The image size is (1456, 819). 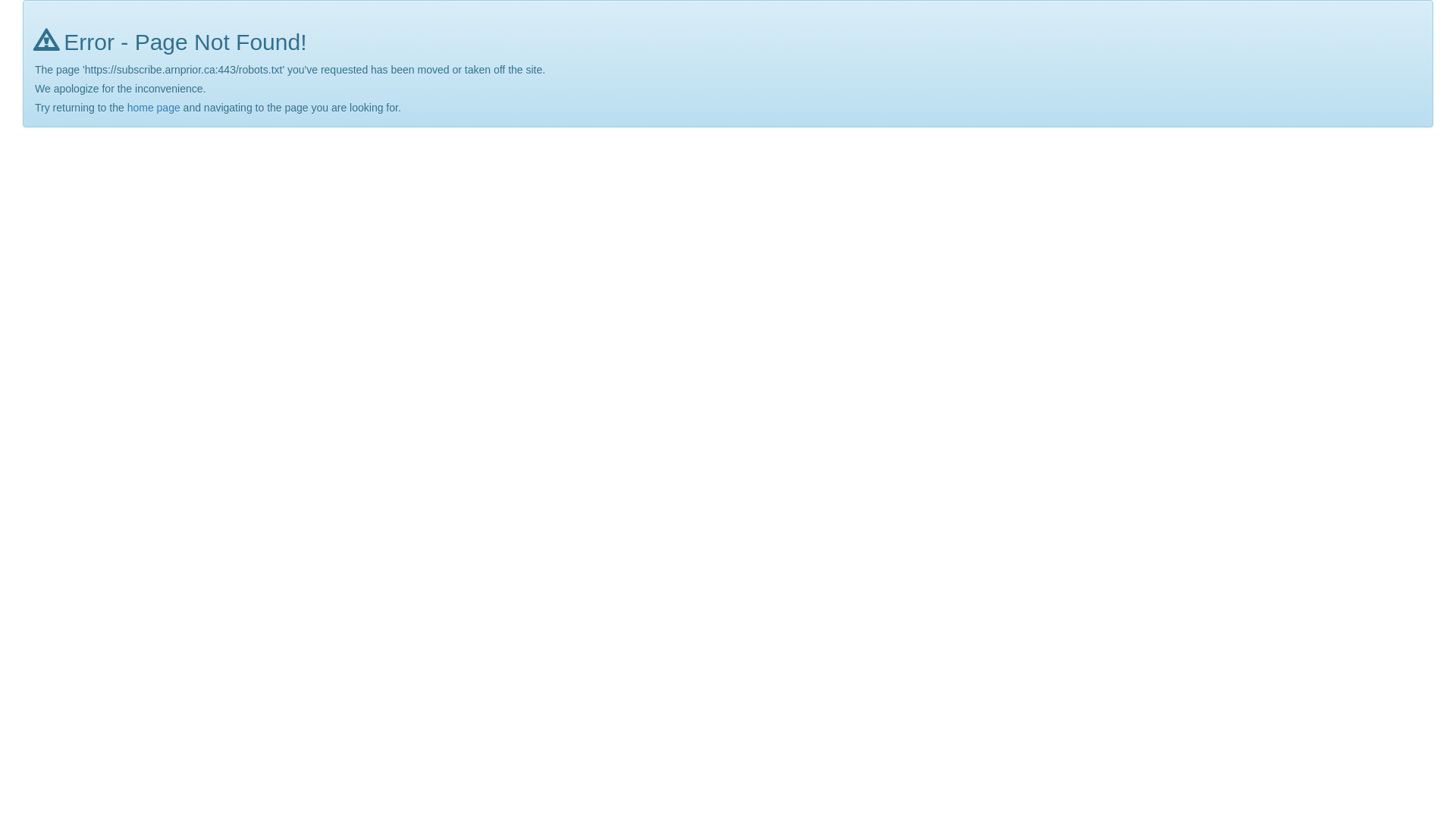 What do you see at coordinates (153, 107) in the screenshot?
I see `'home page'` at bounding box center [153, 107].